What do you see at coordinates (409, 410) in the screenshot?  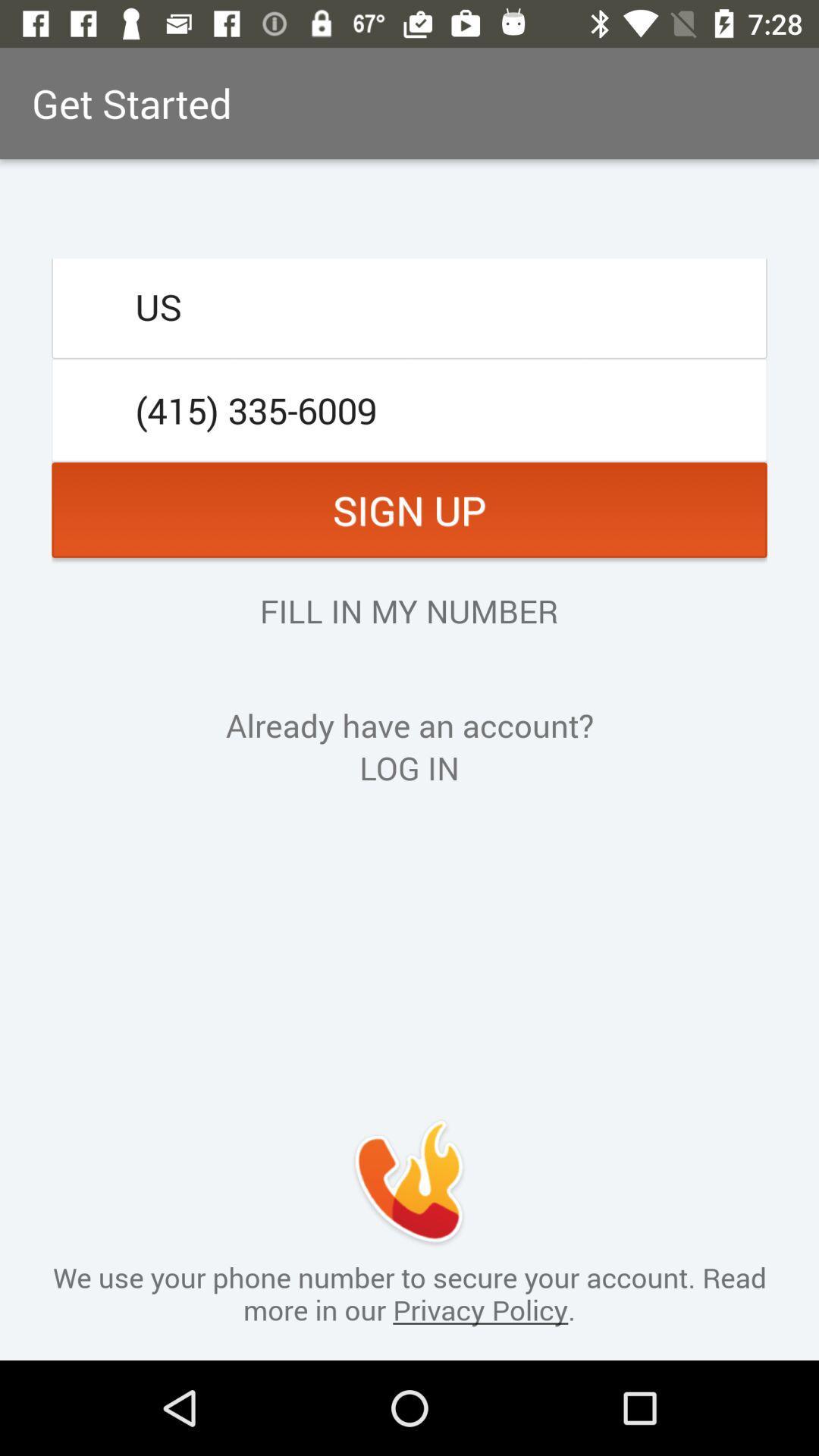 I see `the (415) 335-6009 icon` at bounding box center [409, 410].